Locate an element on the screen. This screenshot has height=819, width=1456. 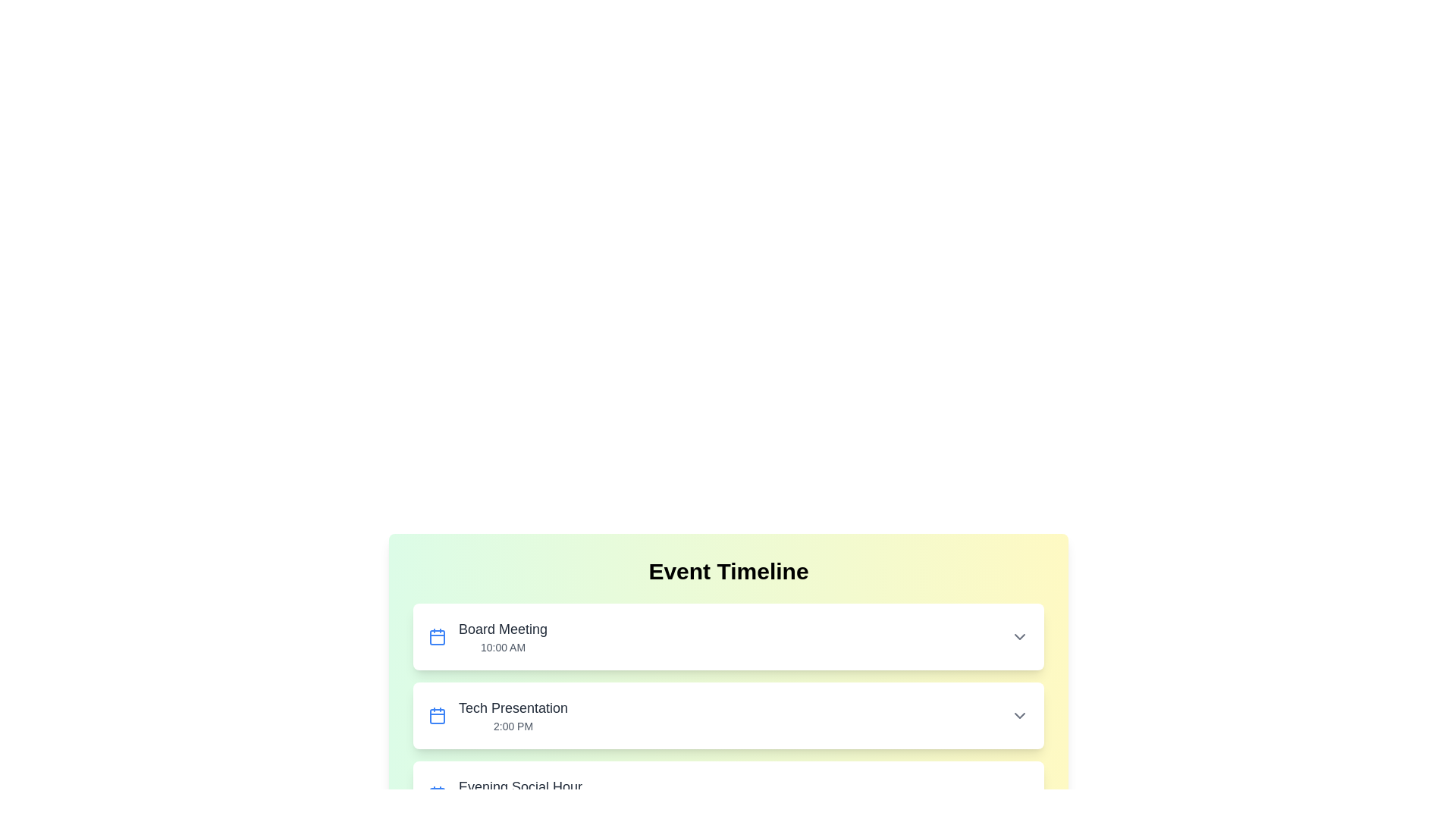
the Text label that serves as the title for the second event card in the timeline list is located at coordinates (513, 708).